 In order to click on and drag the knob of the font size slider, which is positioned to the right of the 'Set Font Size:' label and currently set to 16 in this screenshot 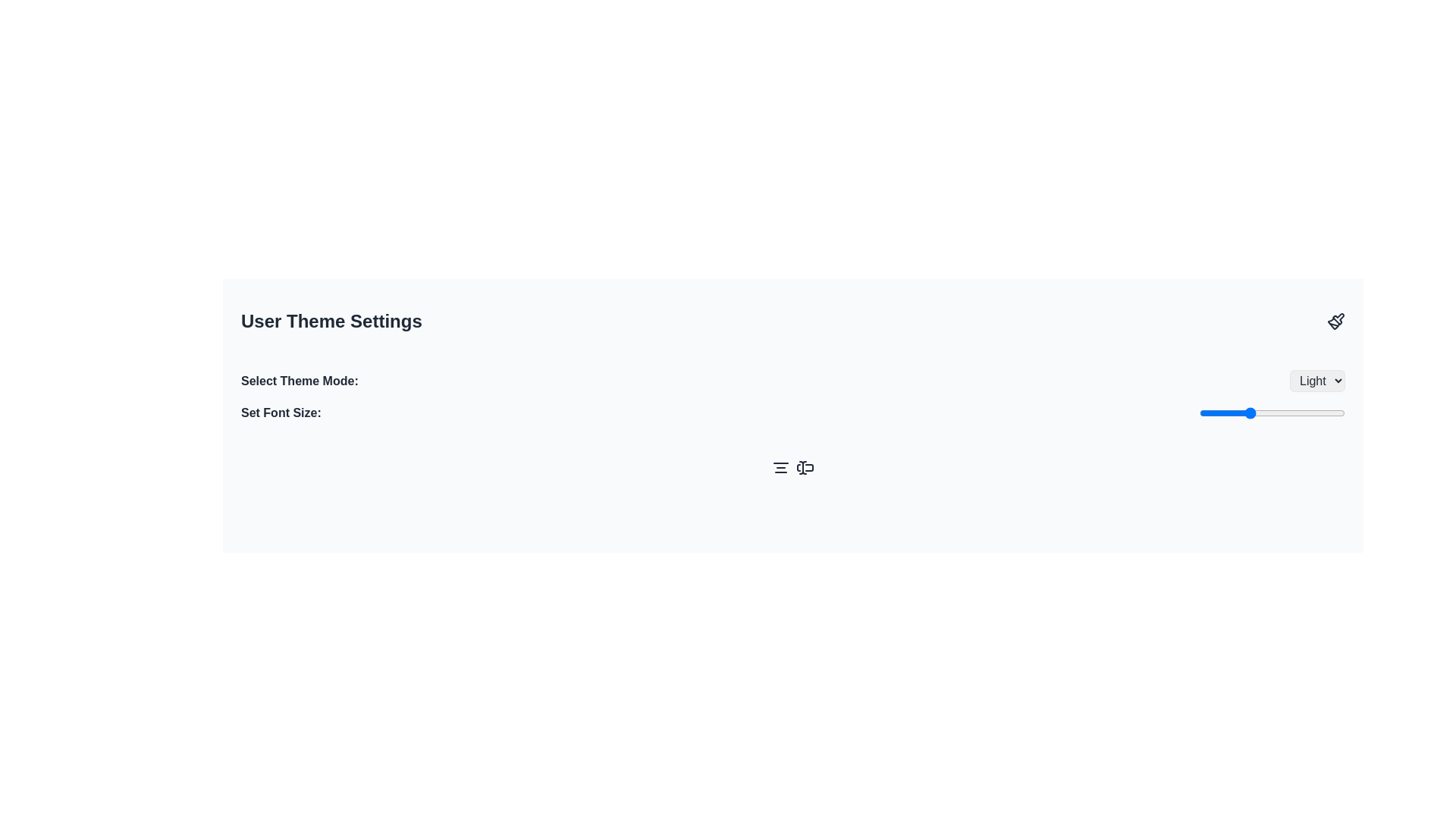, I will do `click(1272, 413)`.